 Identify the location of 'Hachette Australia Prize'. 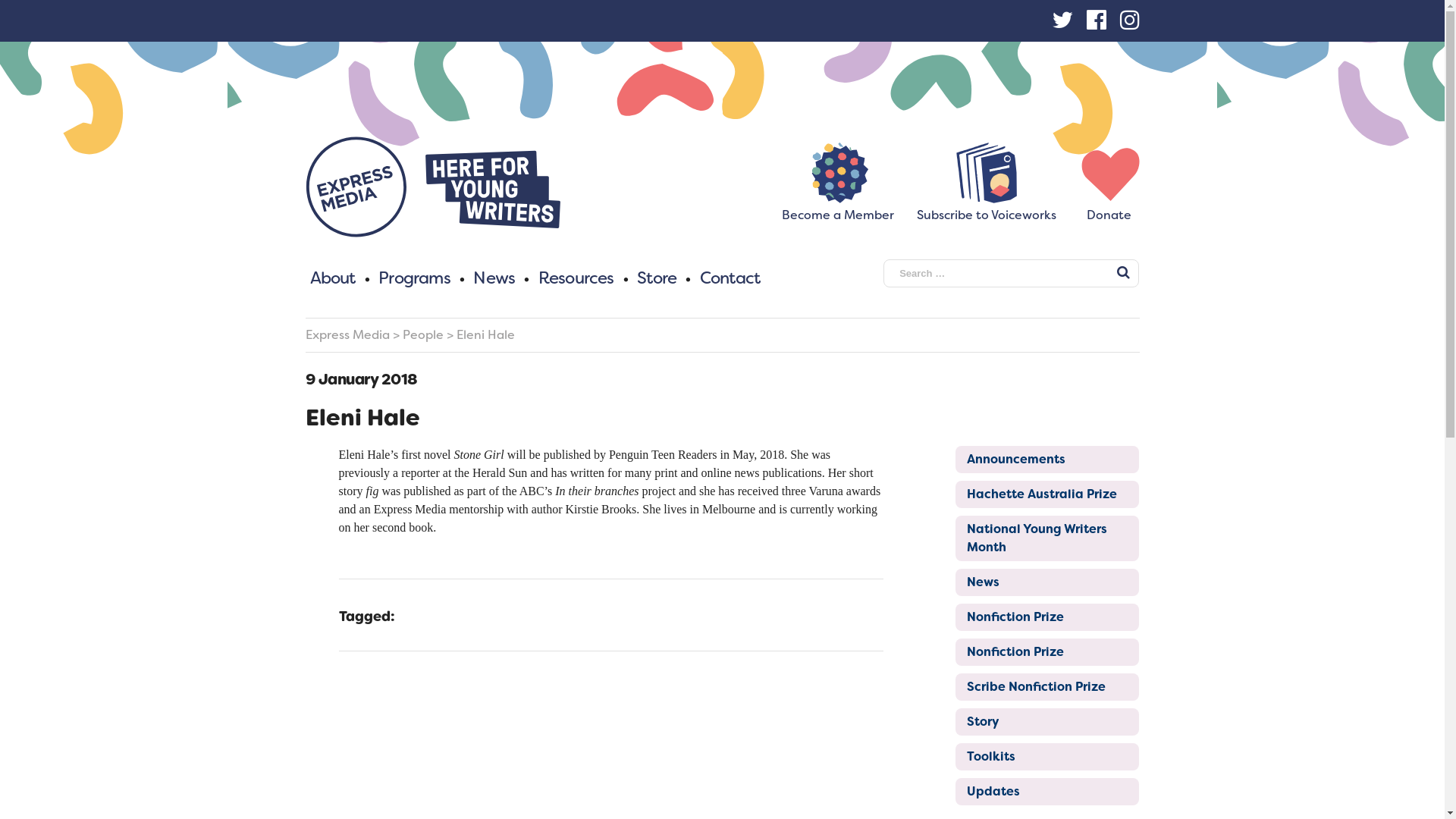
(954, 494).